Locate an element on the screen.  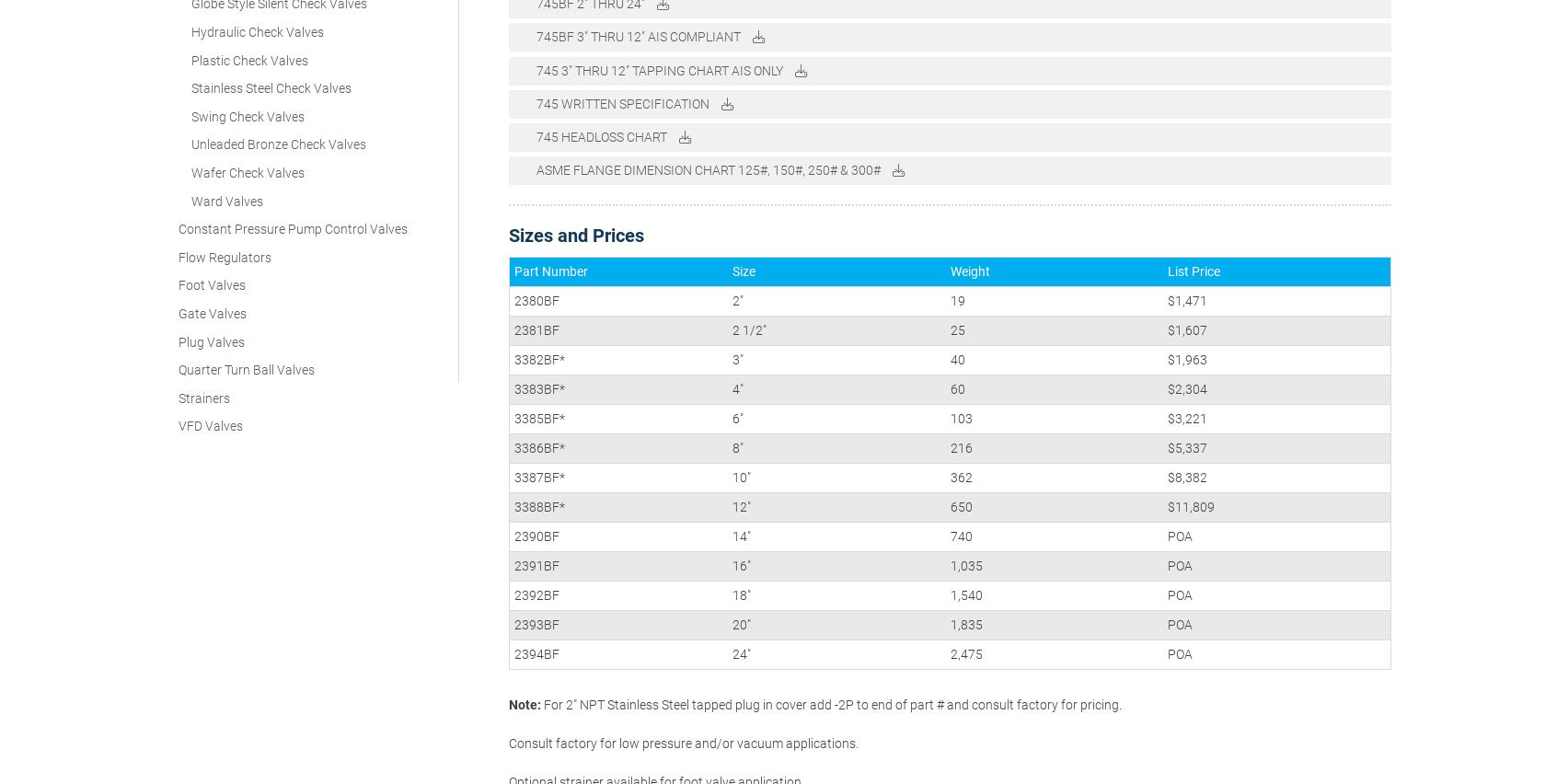
'Flow Regulating Valves' is located at coordinates (540, 625).